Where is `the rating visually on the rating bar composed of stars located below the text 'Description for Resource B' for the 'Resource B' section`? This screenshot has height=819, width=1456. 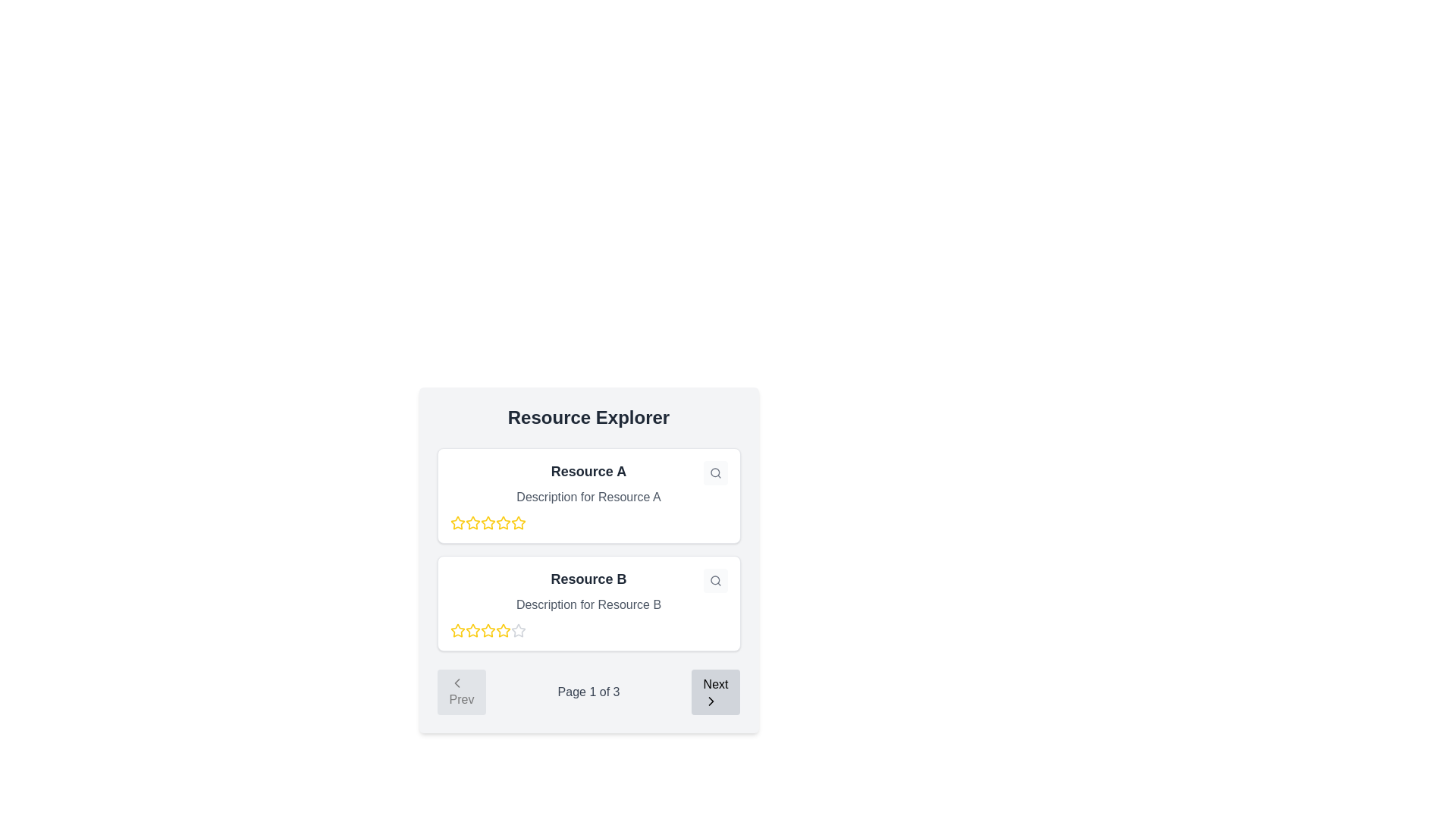
the rating visually on the rating bar composed of stars located below the text 'Description for Resource B' for the 'Resource B' section is located at coordinates (588, 631).